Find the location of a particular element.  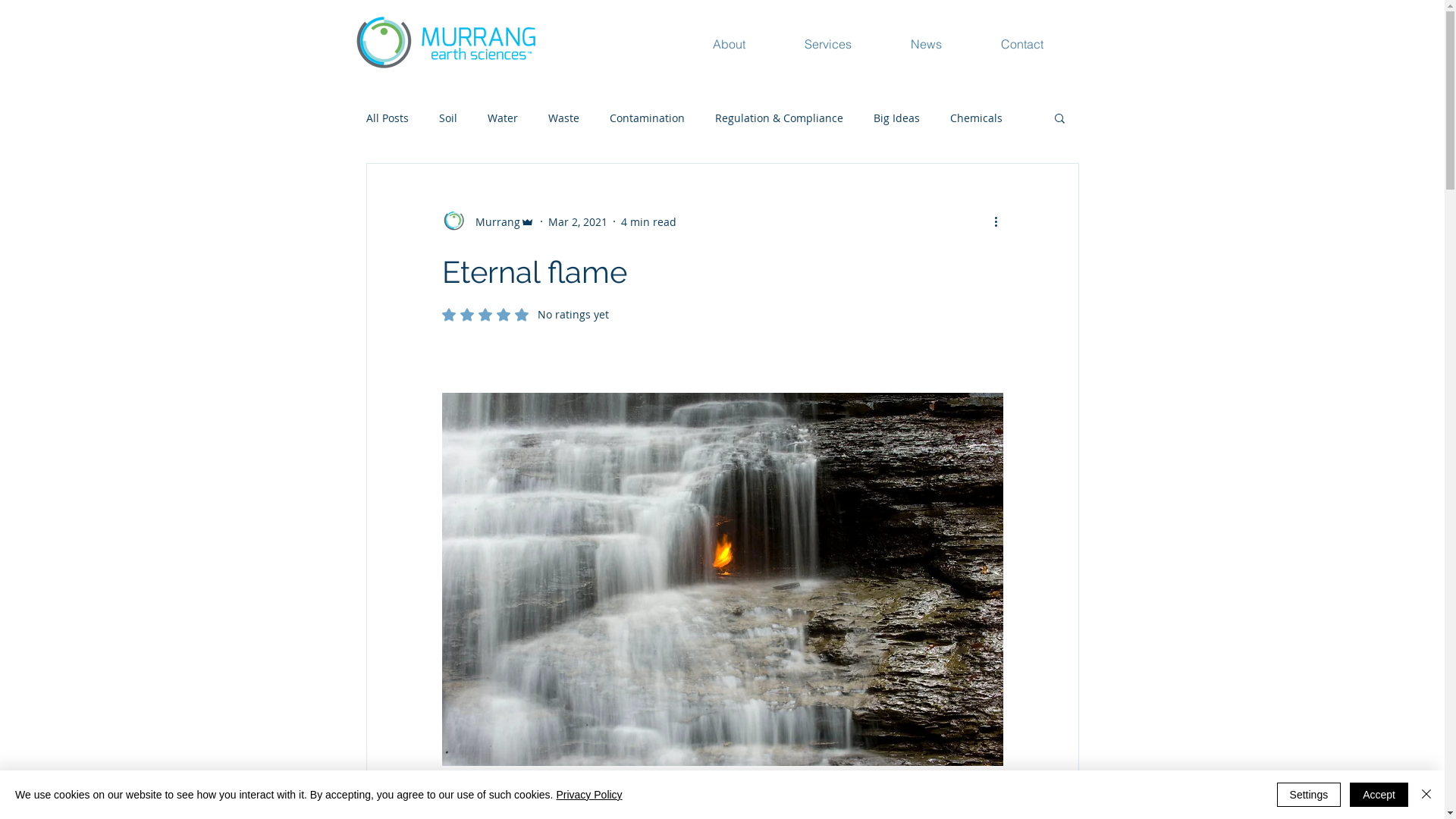

'Water' is located at coordinates (502, 117).